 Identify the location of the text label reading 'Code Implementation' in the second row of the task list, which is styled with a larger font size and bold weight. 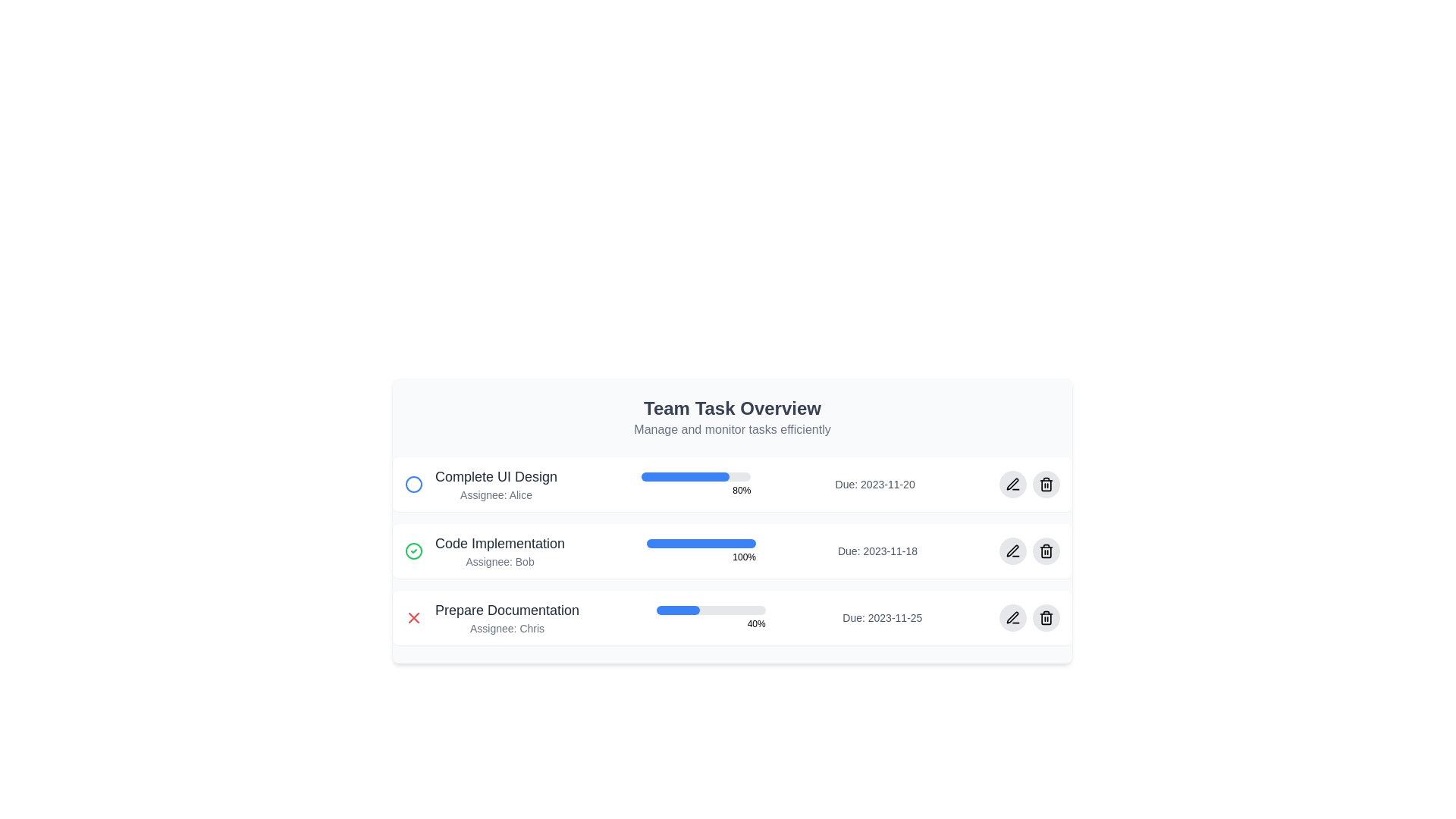
(500, 543).